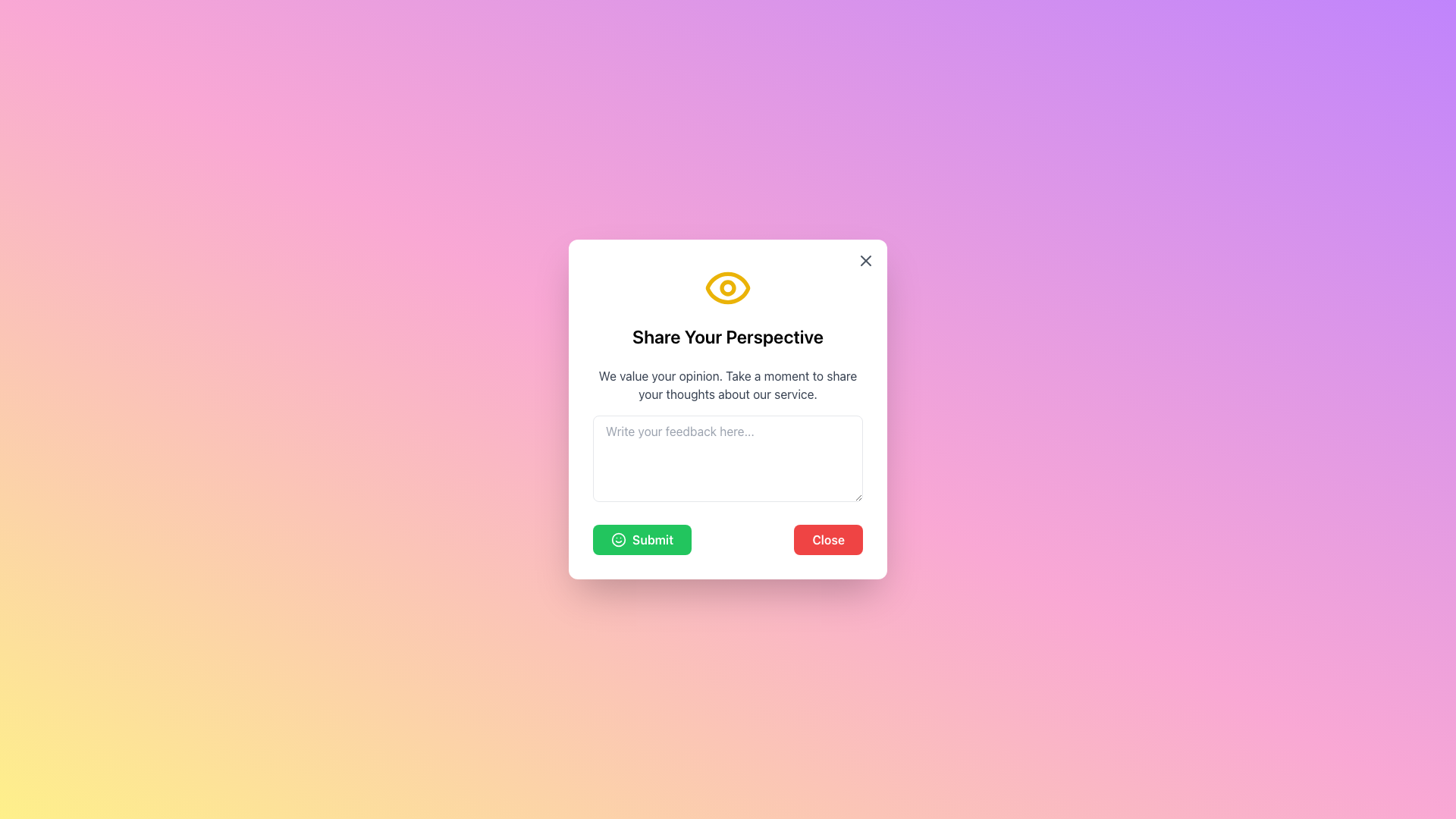 Image resolution: width=1456 pixels, height=819 pixels. I want to click on the decorative or communicative icon located at the top center of the popup modal, which represents an action or theme such as viewing or feedback, so click(728, 287).